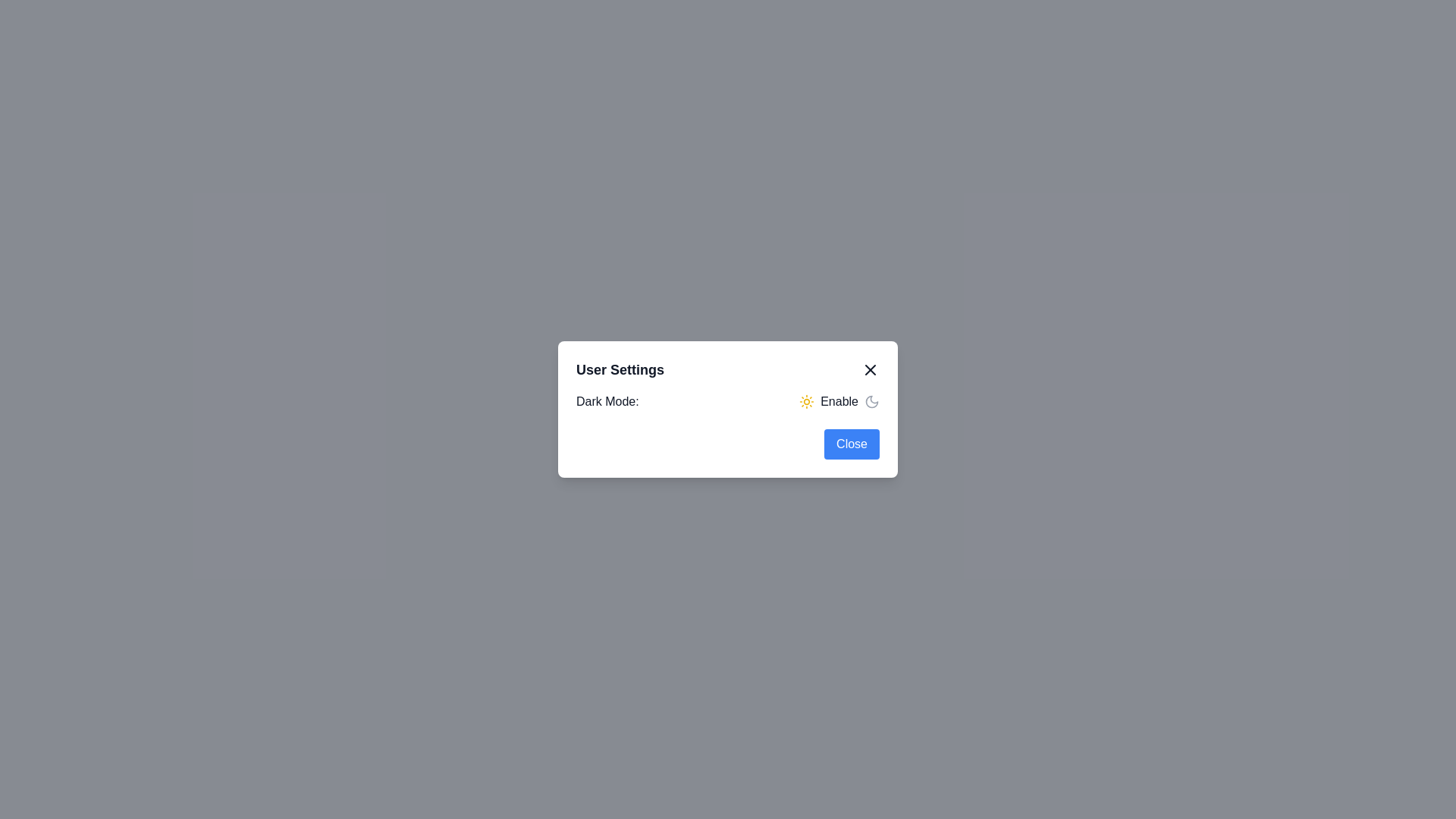 This screenshot has height=819, width=1456. What do you see at coordinates (620, 370) in the screenshot?
I see `the title label at the top-left of the dialog box, which indicates the purpose of the dialog's content` at bounding box center [620, 370].